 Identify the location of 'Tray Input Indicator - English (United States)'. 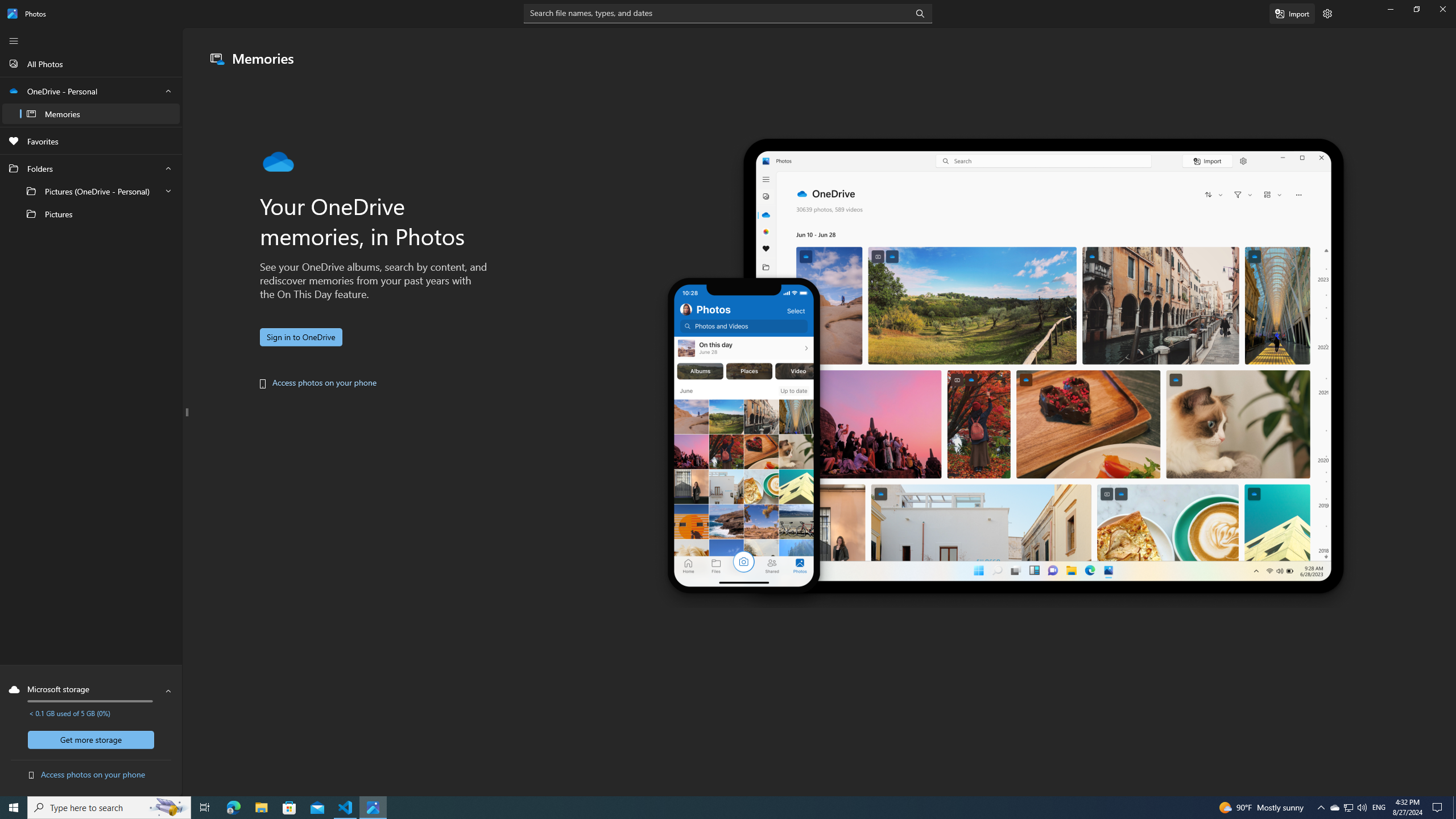
(1379, 806).